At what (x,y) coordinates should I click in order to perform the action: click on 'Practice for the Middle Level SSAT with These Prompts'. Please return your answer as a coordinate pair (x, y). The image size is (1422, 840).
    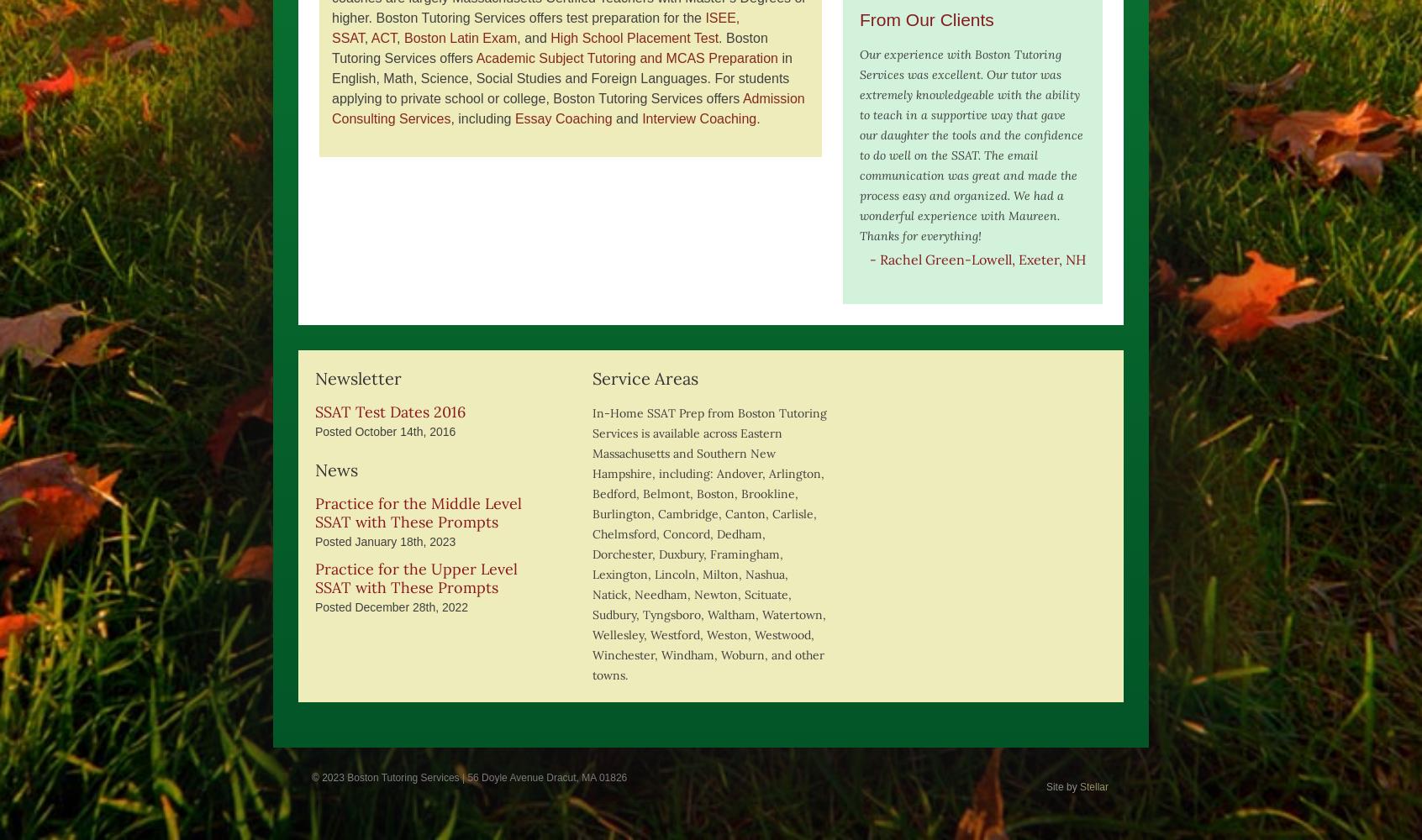
    Looking at the image, I should click on (418, 512).